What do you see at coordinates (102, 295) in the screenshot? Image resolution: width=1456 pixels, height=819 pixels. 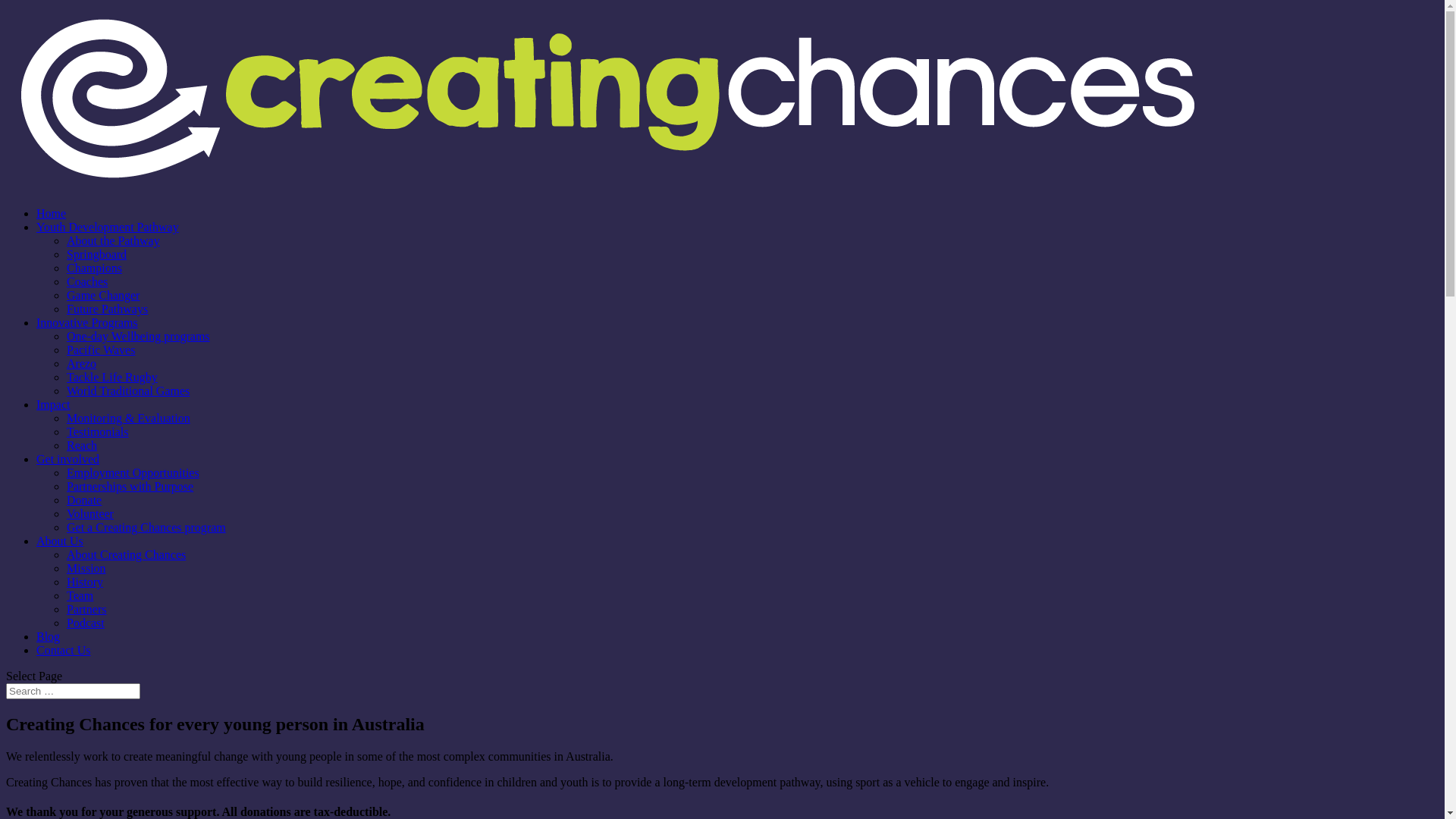 I see `'Game Changer'` at bounding box center [102, 295].